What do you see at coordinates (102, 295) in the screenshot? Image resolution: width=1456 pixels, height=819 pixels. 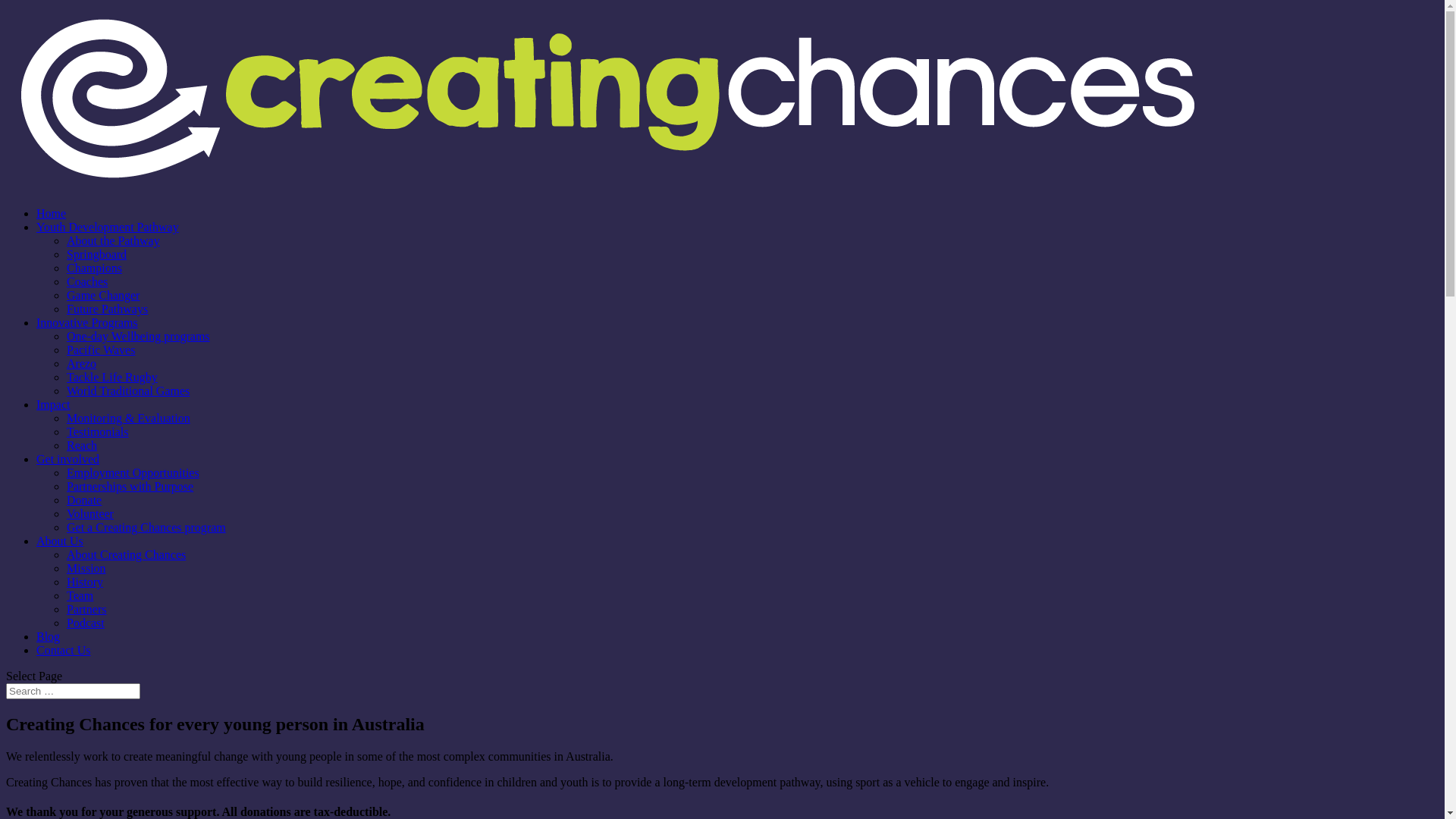 I see `'Game Changer'` at bounding box center [102, 295].